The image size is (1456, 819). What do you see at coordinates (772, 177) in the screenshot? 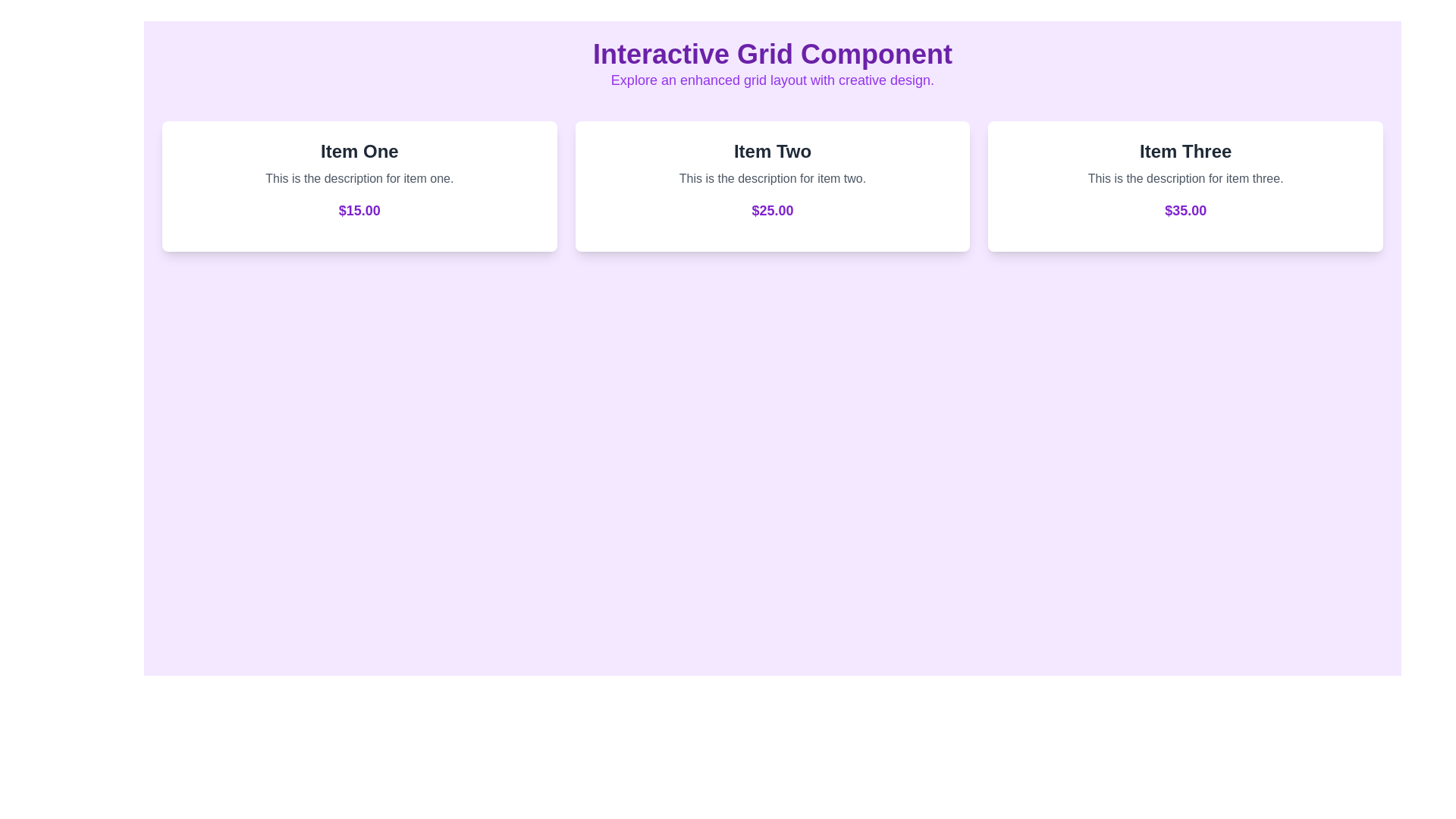
I see `the text label reading 'This is the description for item two.' which is styled in light gray and located below the header 'Item Two' in the middle card of a three-card grid` at bounding box center [772, 177].